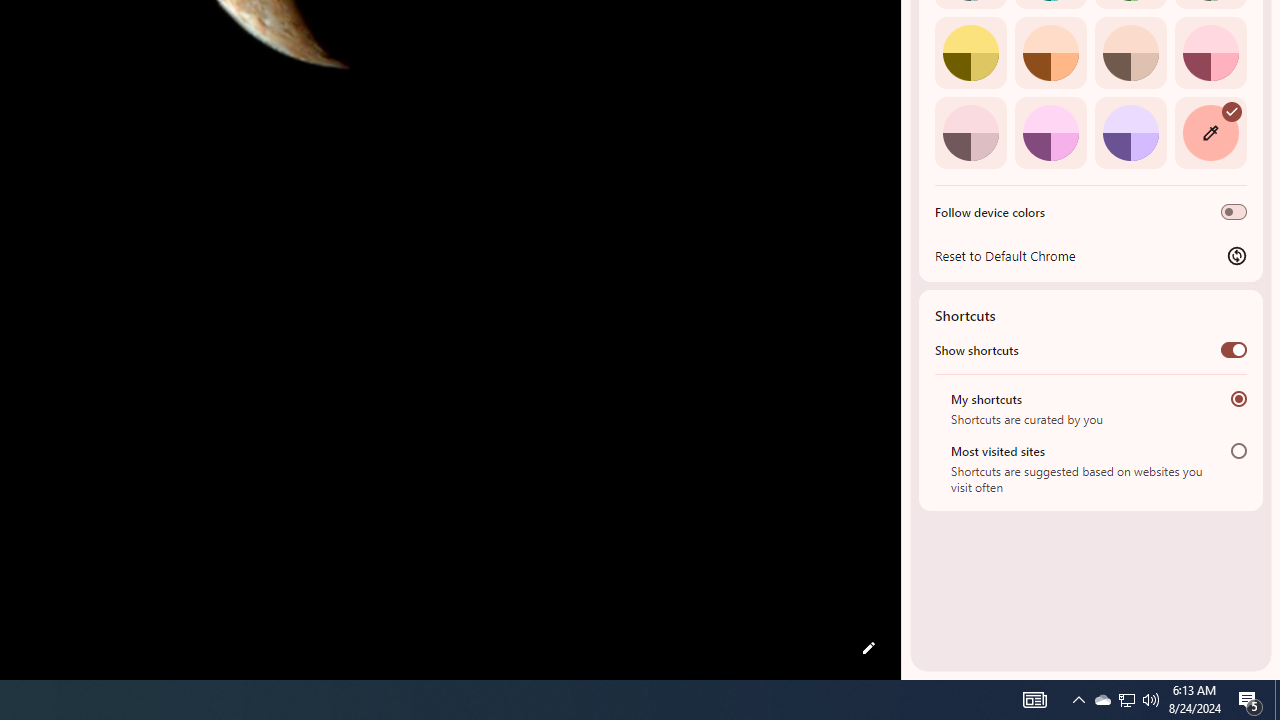 Image resolution: width=1280 pixels, height=720 pixels. I want to click on 'My shortcuts', so click(1238, 398).